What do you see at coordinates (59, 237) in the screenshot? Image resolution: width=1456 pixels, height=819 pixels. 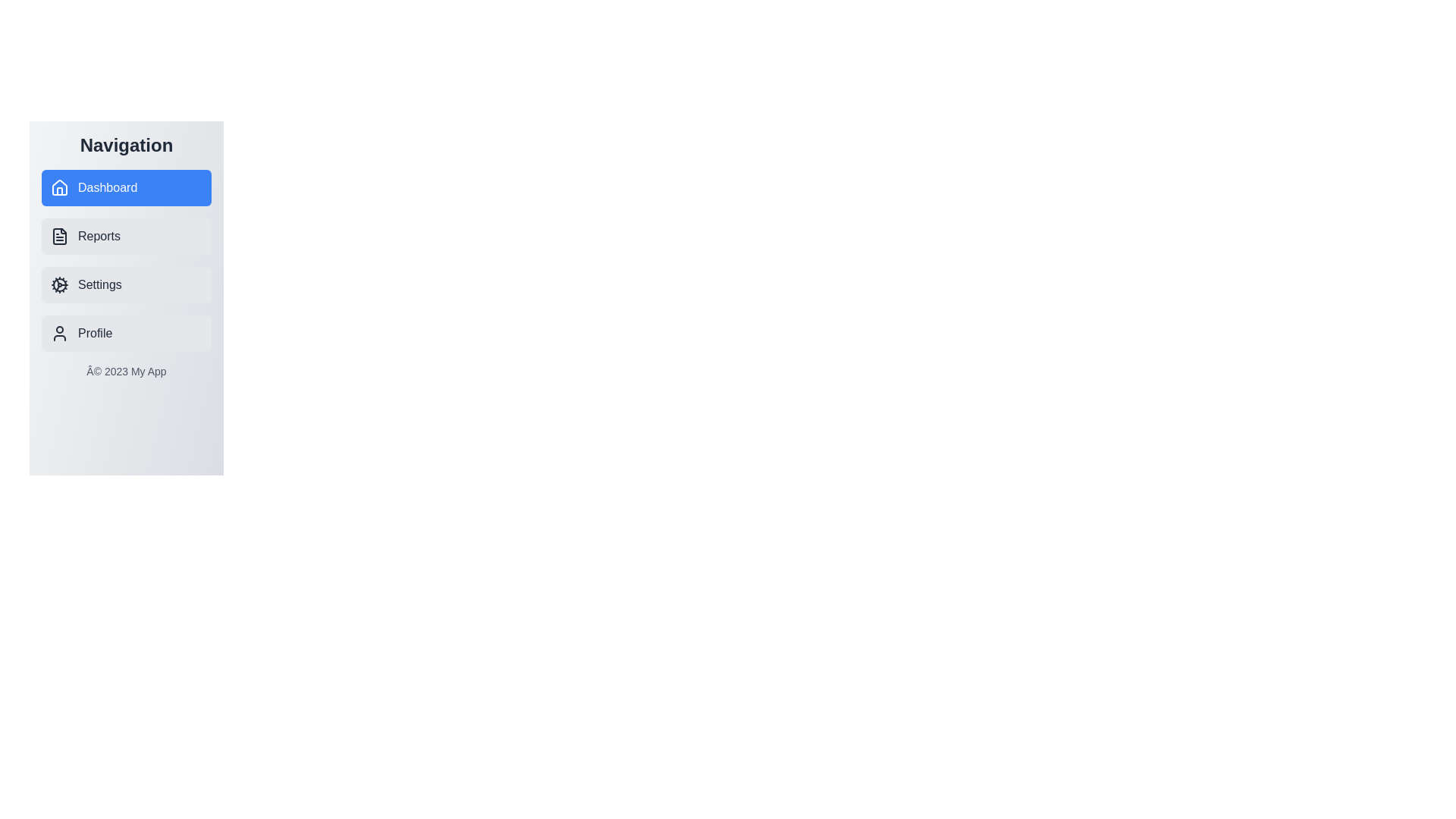 I see `the 'Reports' icon in the navigation sidebar` at bounding box center [59, 237].